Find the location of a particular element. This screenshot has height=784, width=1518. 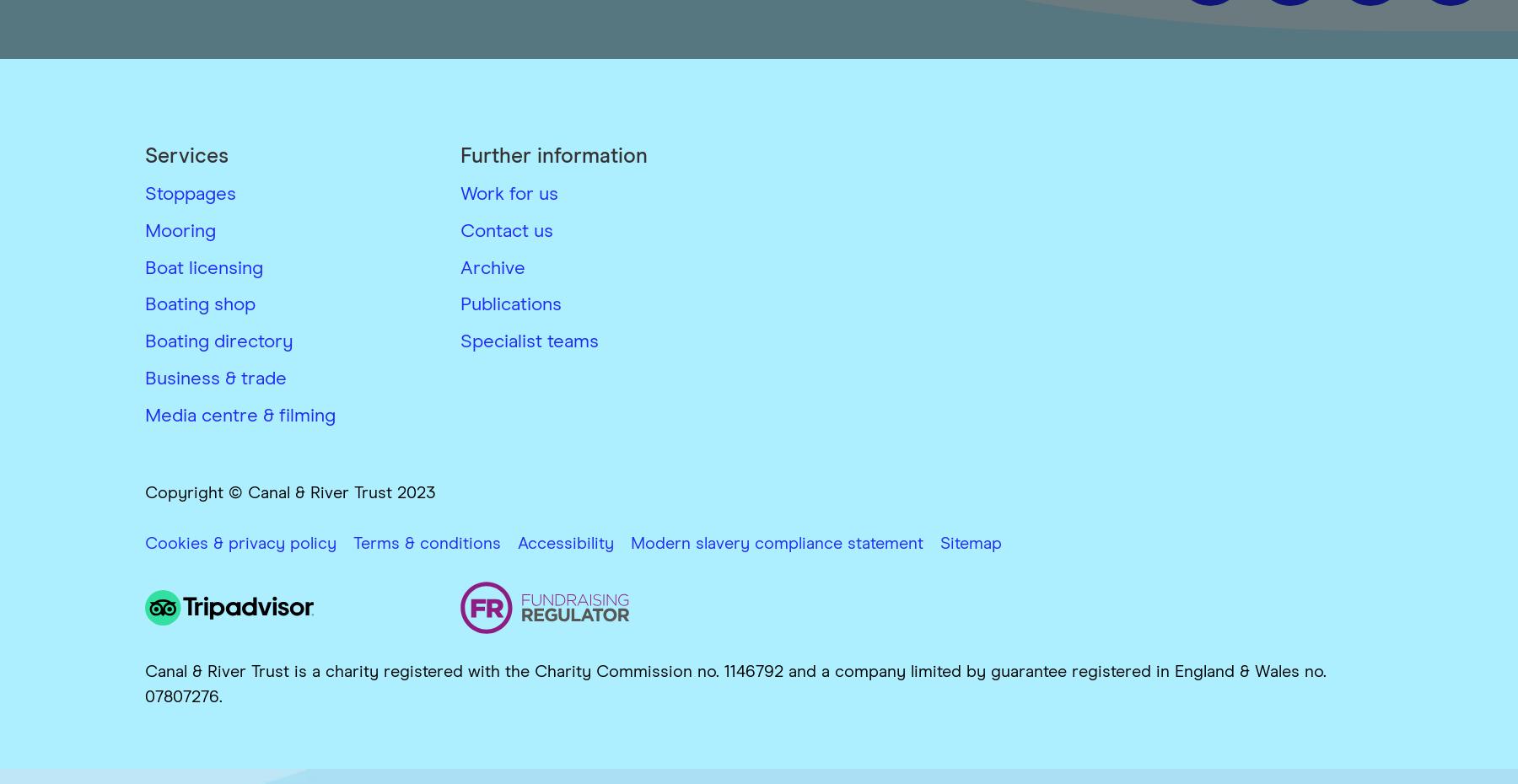

'Stoppages' is located at coordinates (190, 193).